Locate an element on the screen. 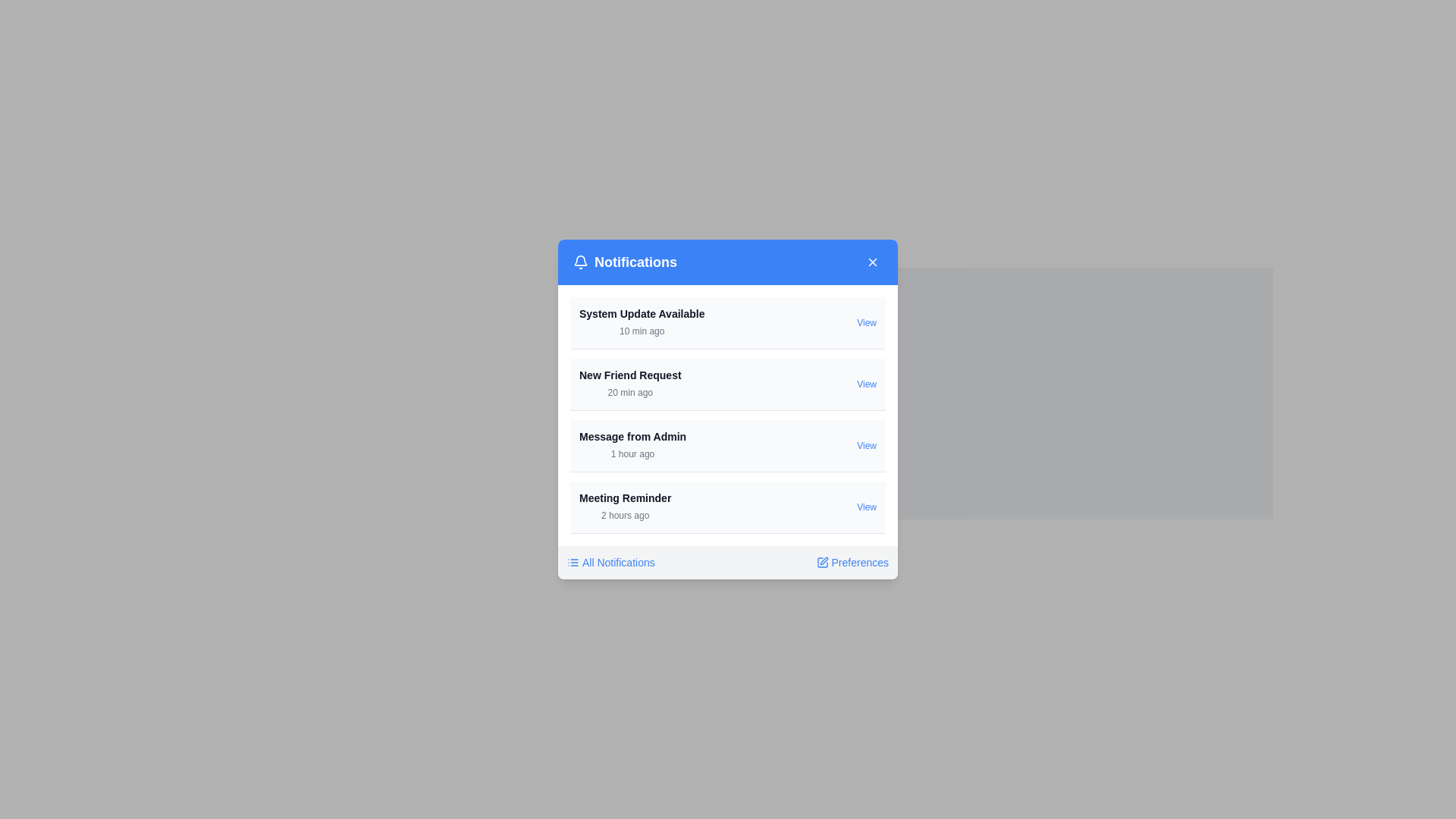 Image resolution: width=1456 pixels, height=819 pixels. the 'All Notifications' icon located in the footer of the notification pop-up interface, positioned to the left of the 'All Notifications' text is located at coordinates (572, 562).